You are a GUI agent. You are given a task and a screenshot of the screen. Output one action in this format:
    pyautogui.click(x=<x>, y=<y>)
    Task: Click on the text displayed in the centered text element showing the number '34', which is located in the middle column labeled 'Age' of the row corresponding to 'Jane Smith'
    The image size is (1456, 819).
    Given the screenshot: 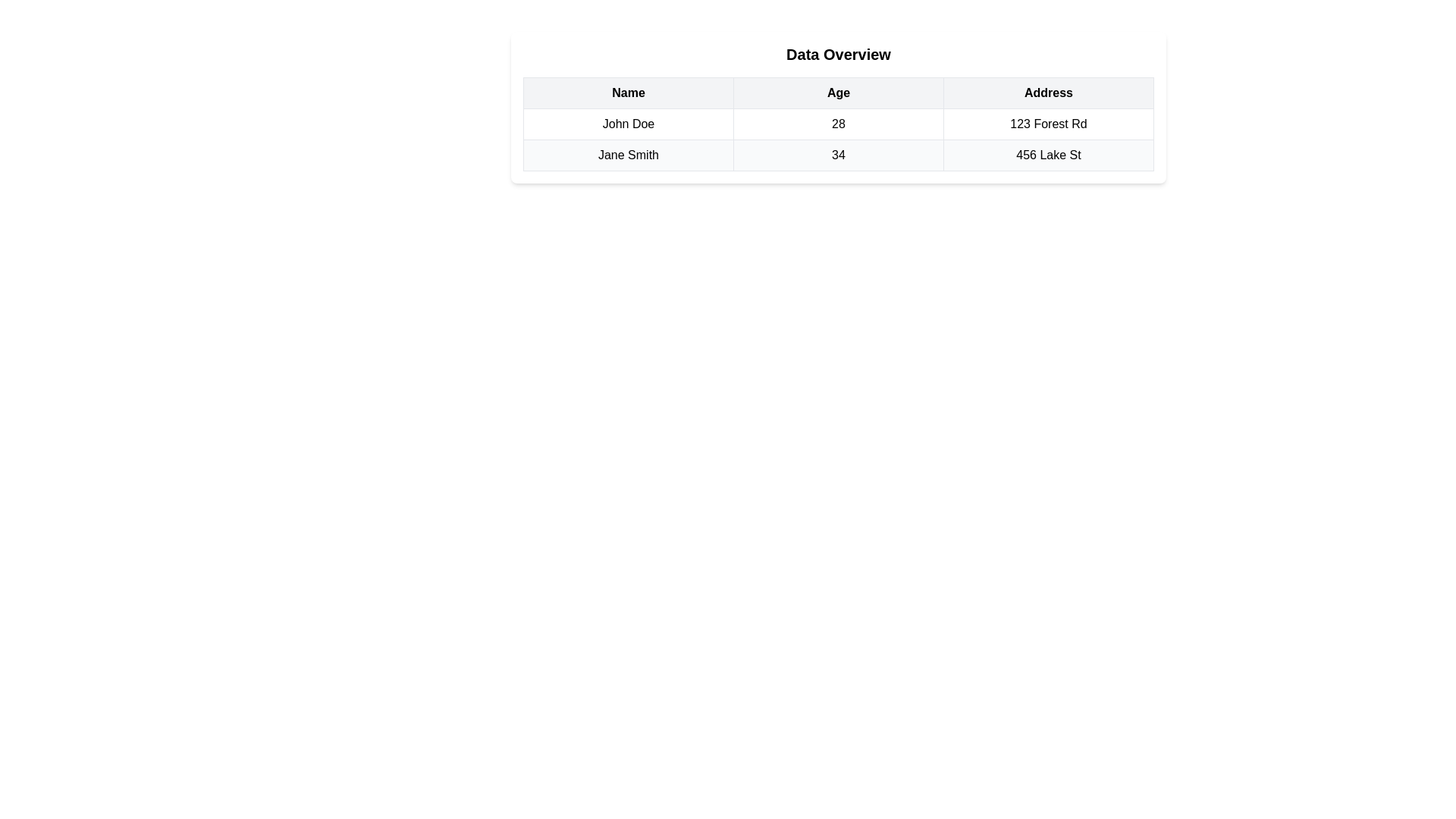 What is the action you would take?
    pyautogui.click(x=837, y=155)
    